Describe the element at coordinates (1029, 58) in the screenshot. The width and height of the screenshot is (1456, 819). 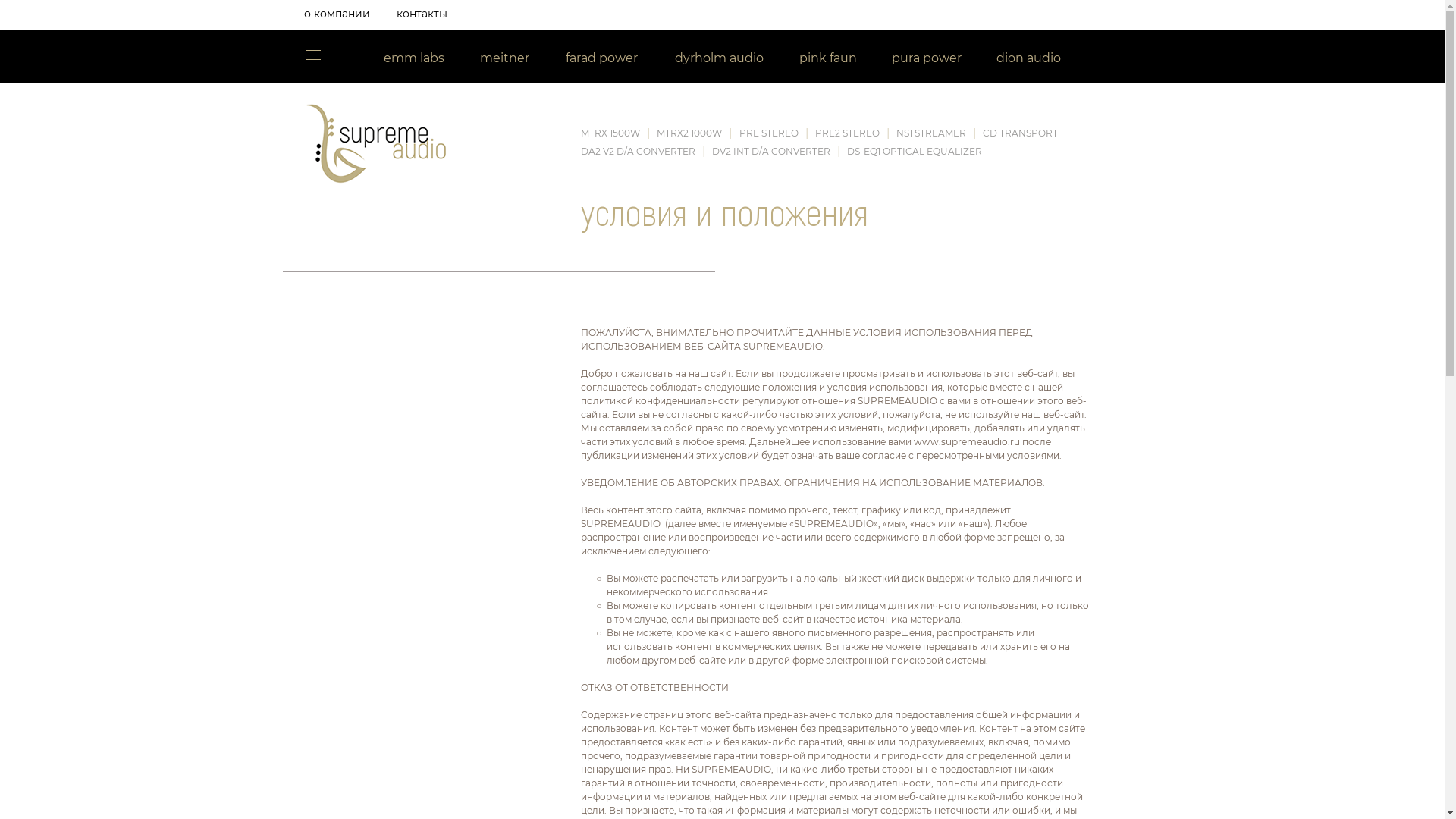
I see `'dion audio'` at that location.